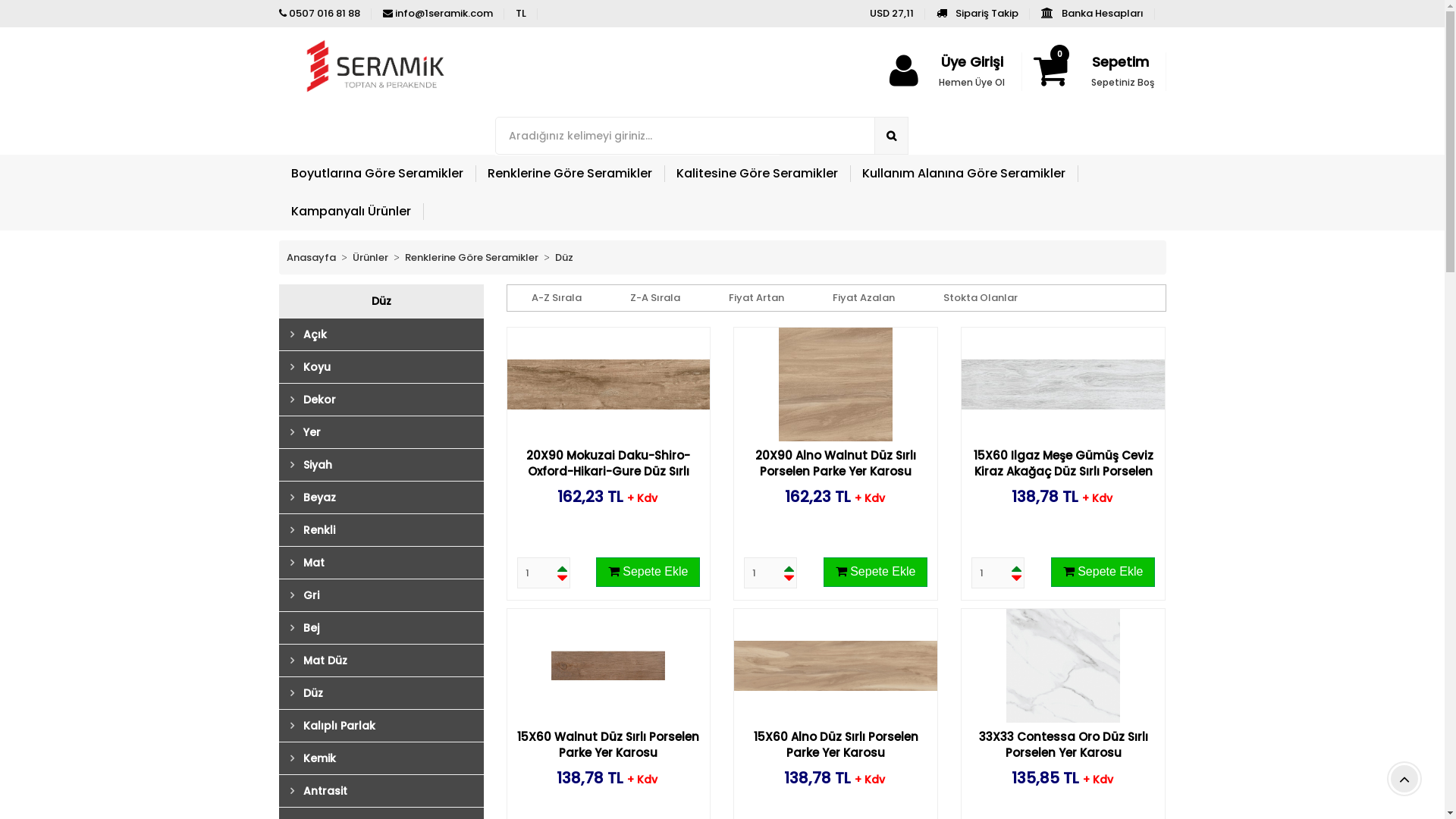 The image size is (1456, 819). What do you see at coordinates (391, 758) in the screenshot?
I see `'Kemik'` at bounding box center [391, 758].